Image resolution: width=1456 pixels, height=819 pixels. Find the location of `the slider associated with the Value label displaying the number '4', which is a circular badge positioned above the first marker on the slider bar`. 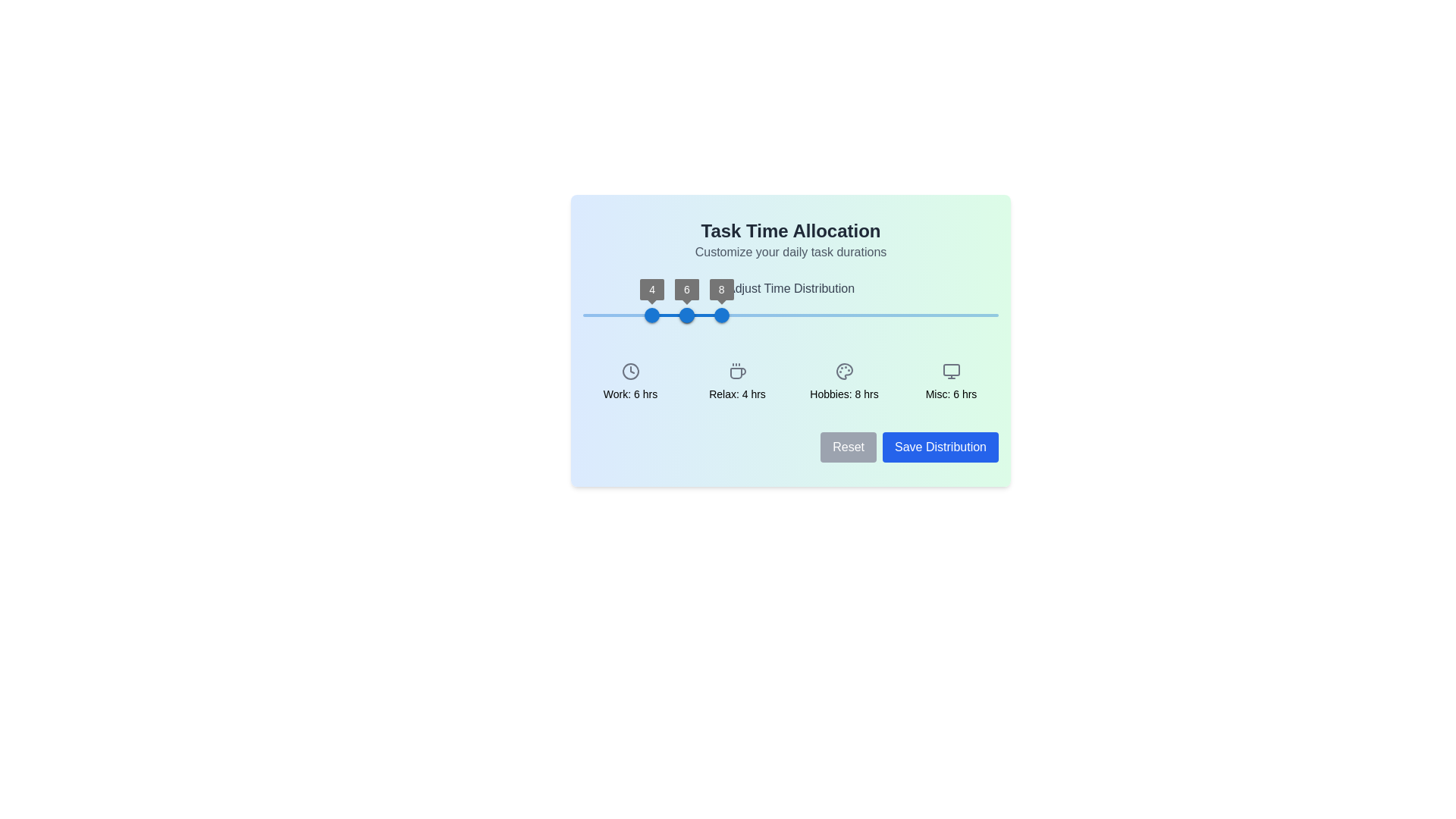

the slider associated with the Value label displaying the number '4', which is a circular badge positioned above the first marker on the slider bar is located at coordinates (652, 289).